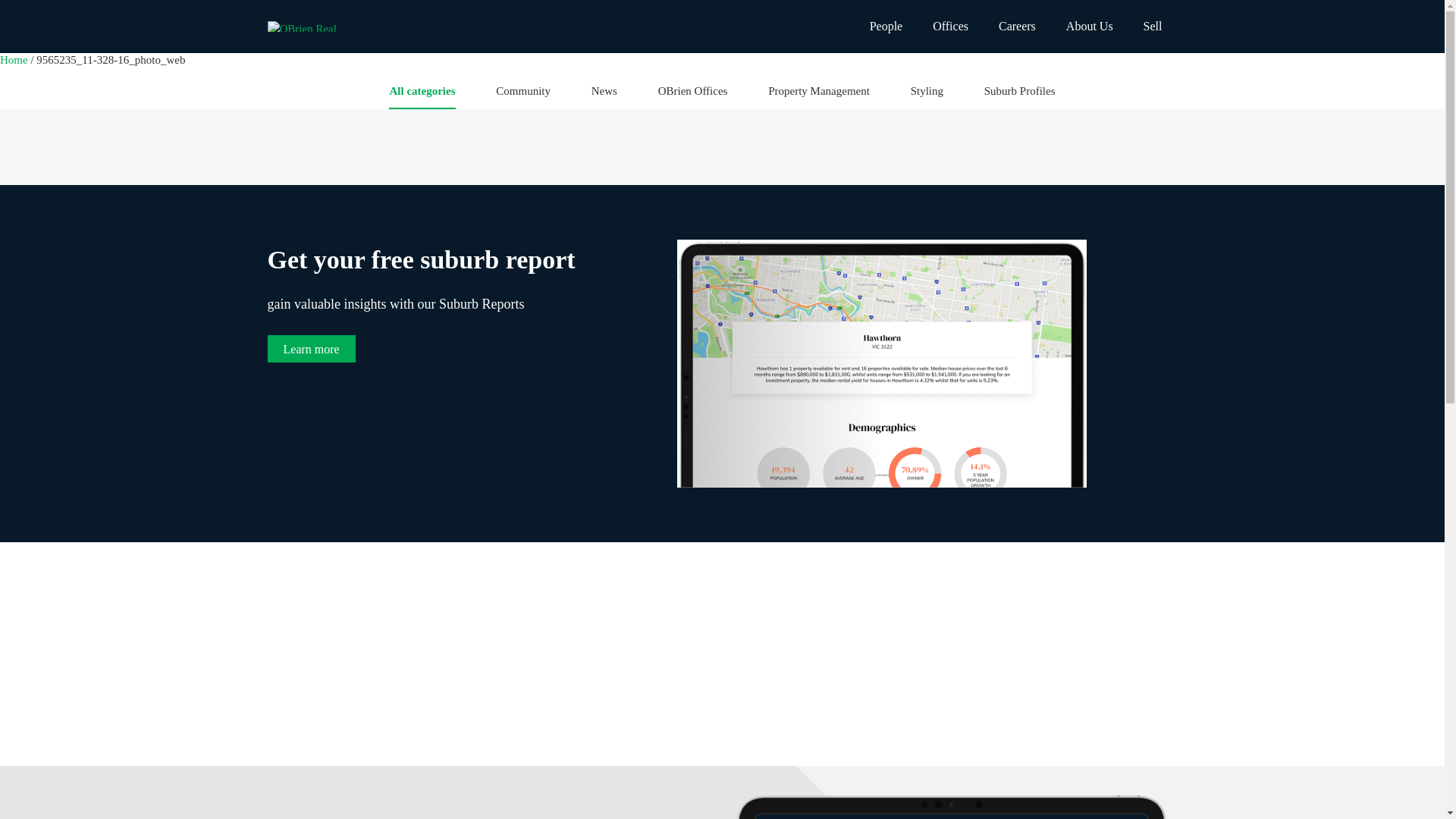 The width and height of the screenshot is (1456, 819). Describe the element at coordinates (389, 96) in the screenshot. I see `'All categories'` at that location.